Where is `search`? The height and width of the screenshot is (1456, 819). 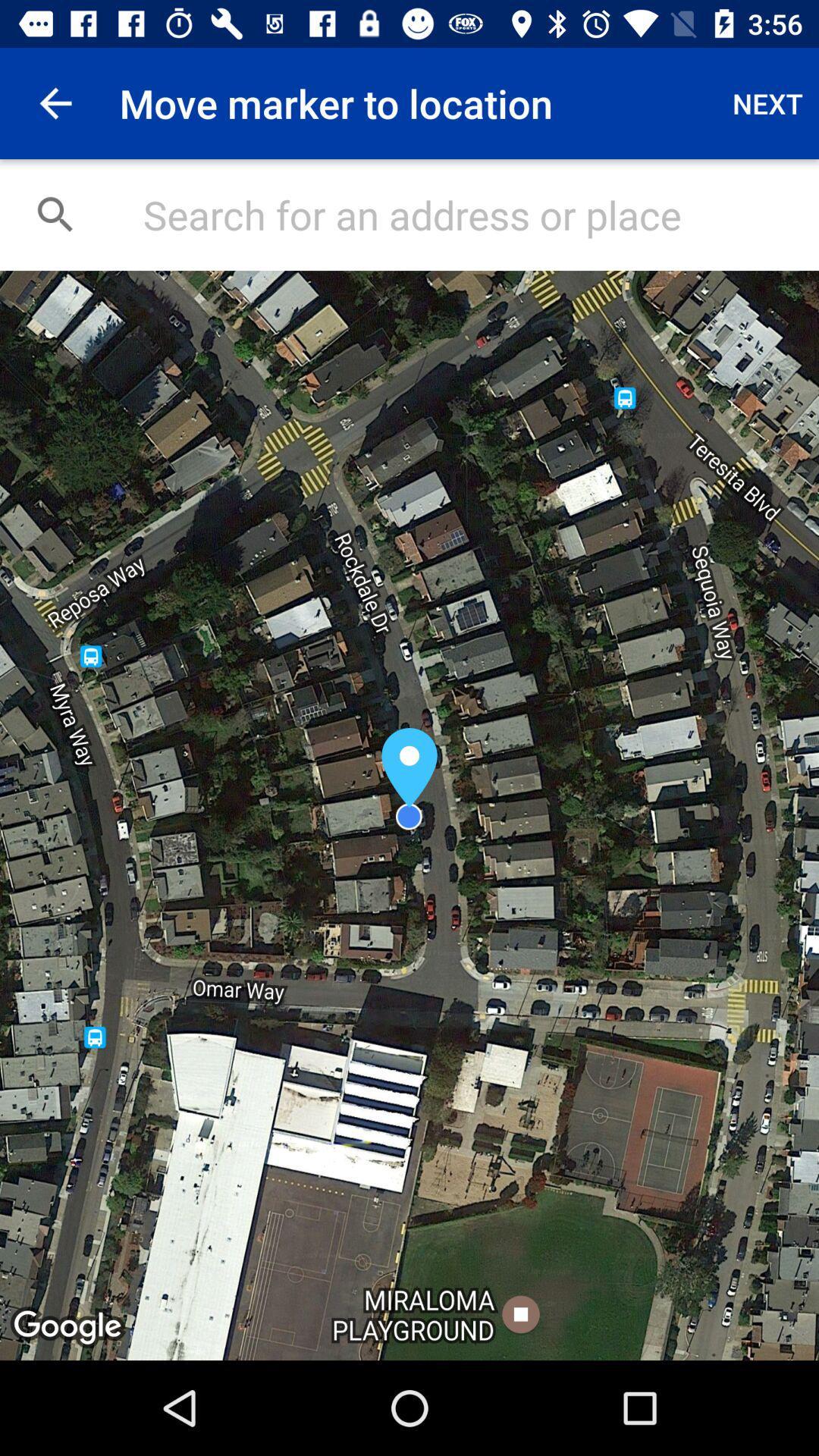
search is located at coordinates (464, 214).